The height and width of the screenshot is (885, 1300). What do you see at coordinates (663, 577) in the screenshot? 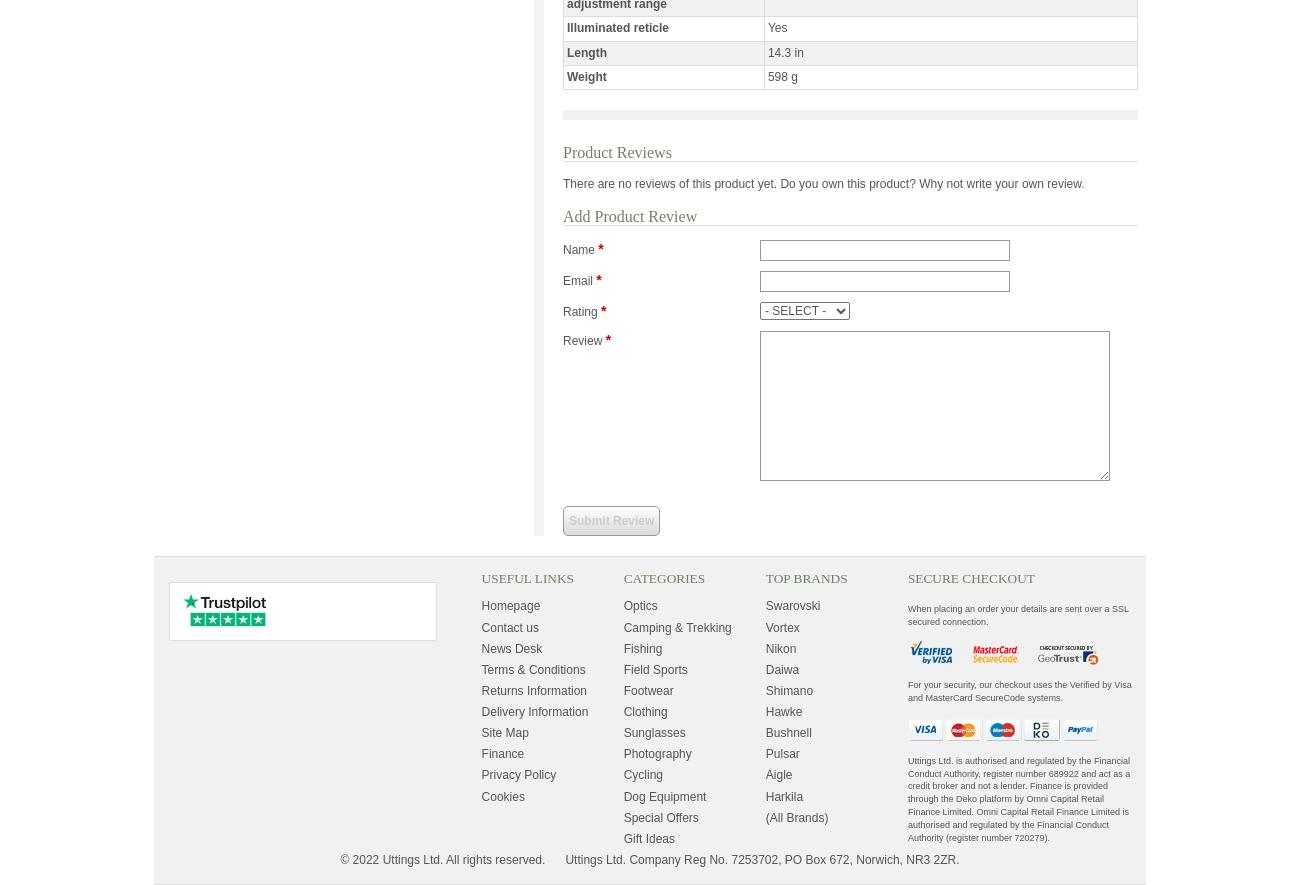
I see `'Categories'` at bounding box center [663, 577].